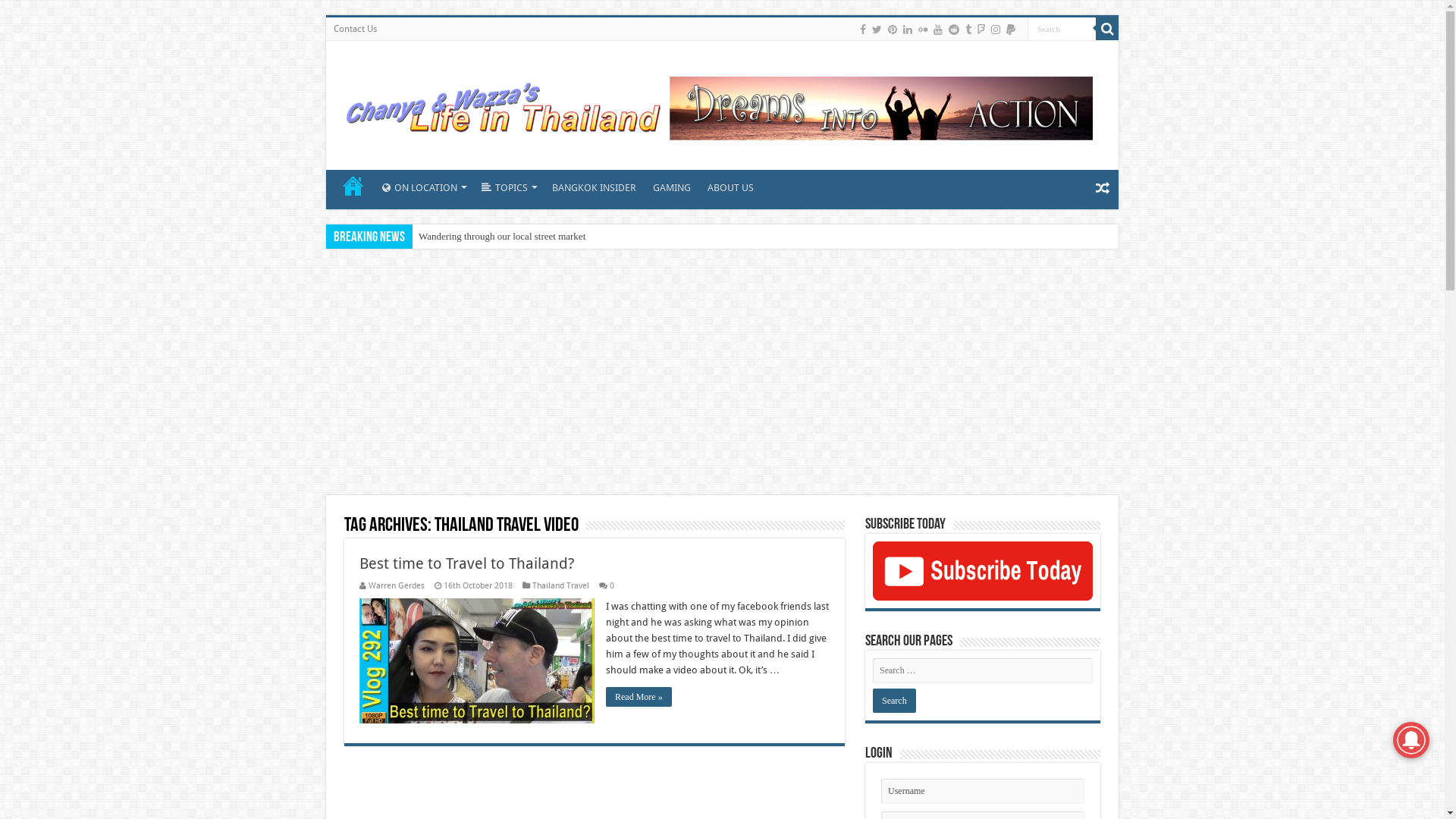 This screenshot has height=819, width=1456. What do you see at coordinates (592, 185) in the screenshot?
I see `'BANGKOK INSIDER'` at bounding box center [592, 185].